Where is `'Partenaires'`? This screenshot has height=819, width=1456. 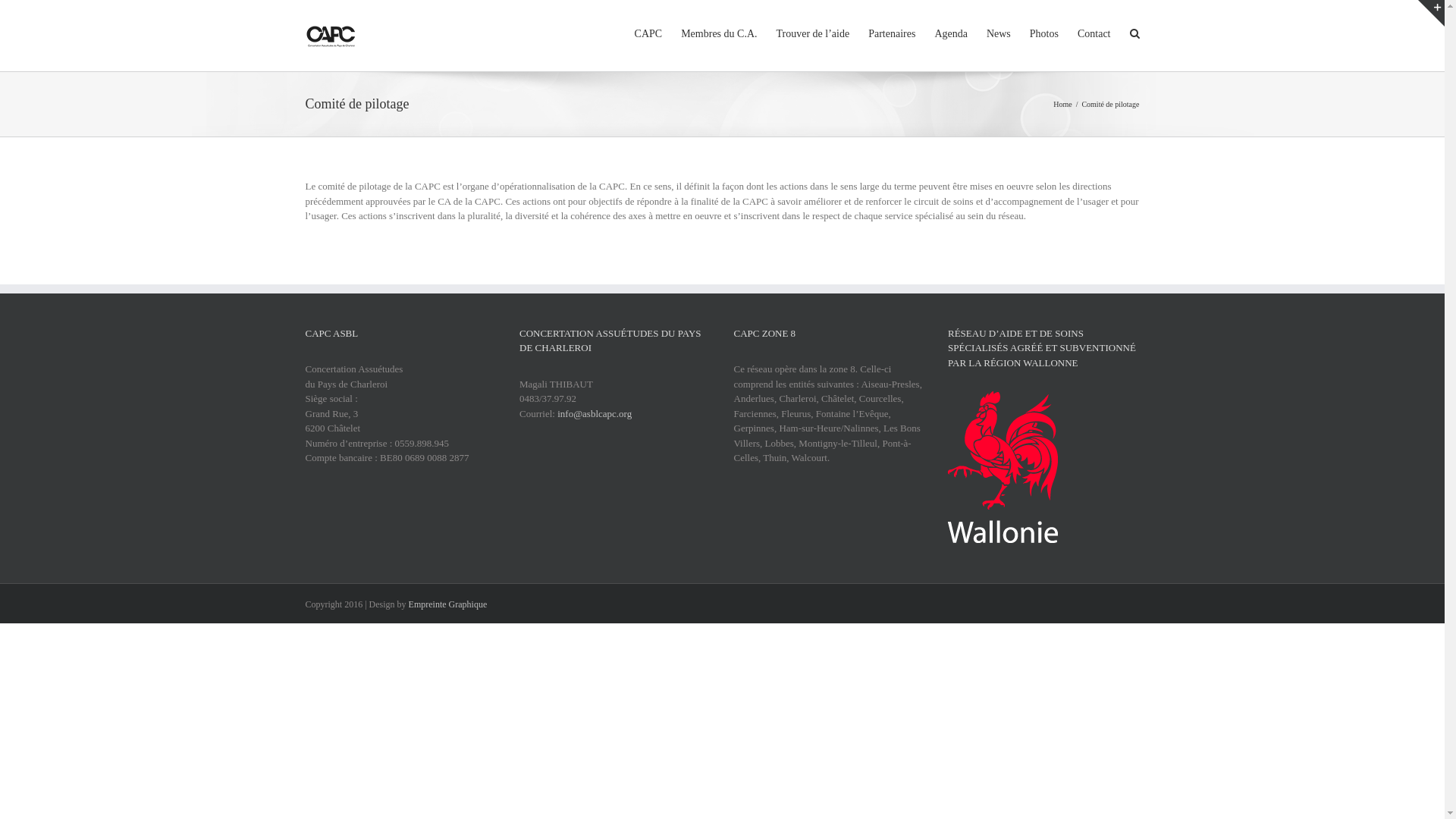 'Partenaires' is located at coordinates (868, 32).